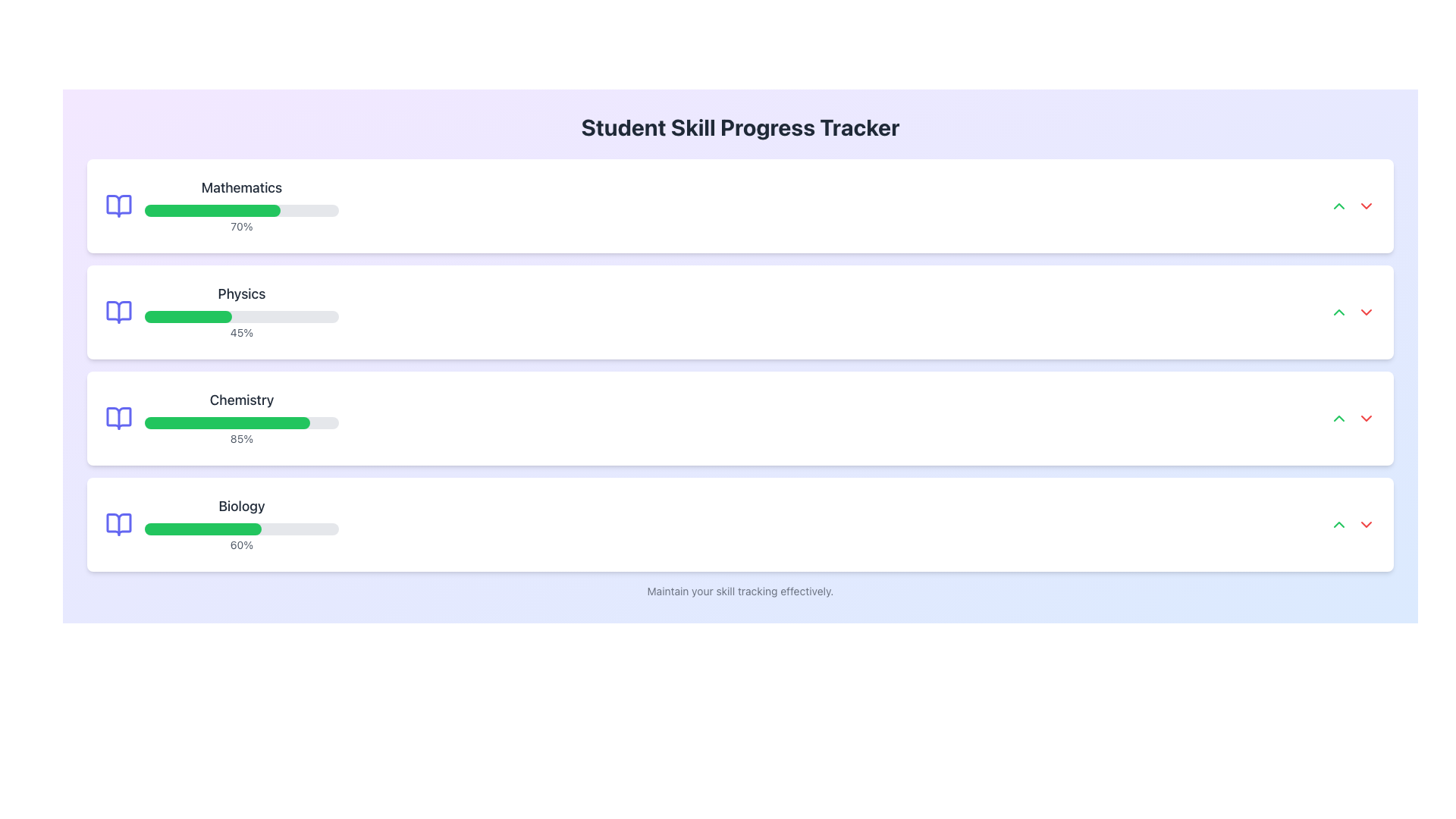 The image size is (1456, 819). What do you see at coordinates (240, 438) in the screenshot?
I see `the display text showing '85%' located to the right of the progress bar in the third card of the skill progress trackers for 'Chemistry'` at bounding box center [240, 438].